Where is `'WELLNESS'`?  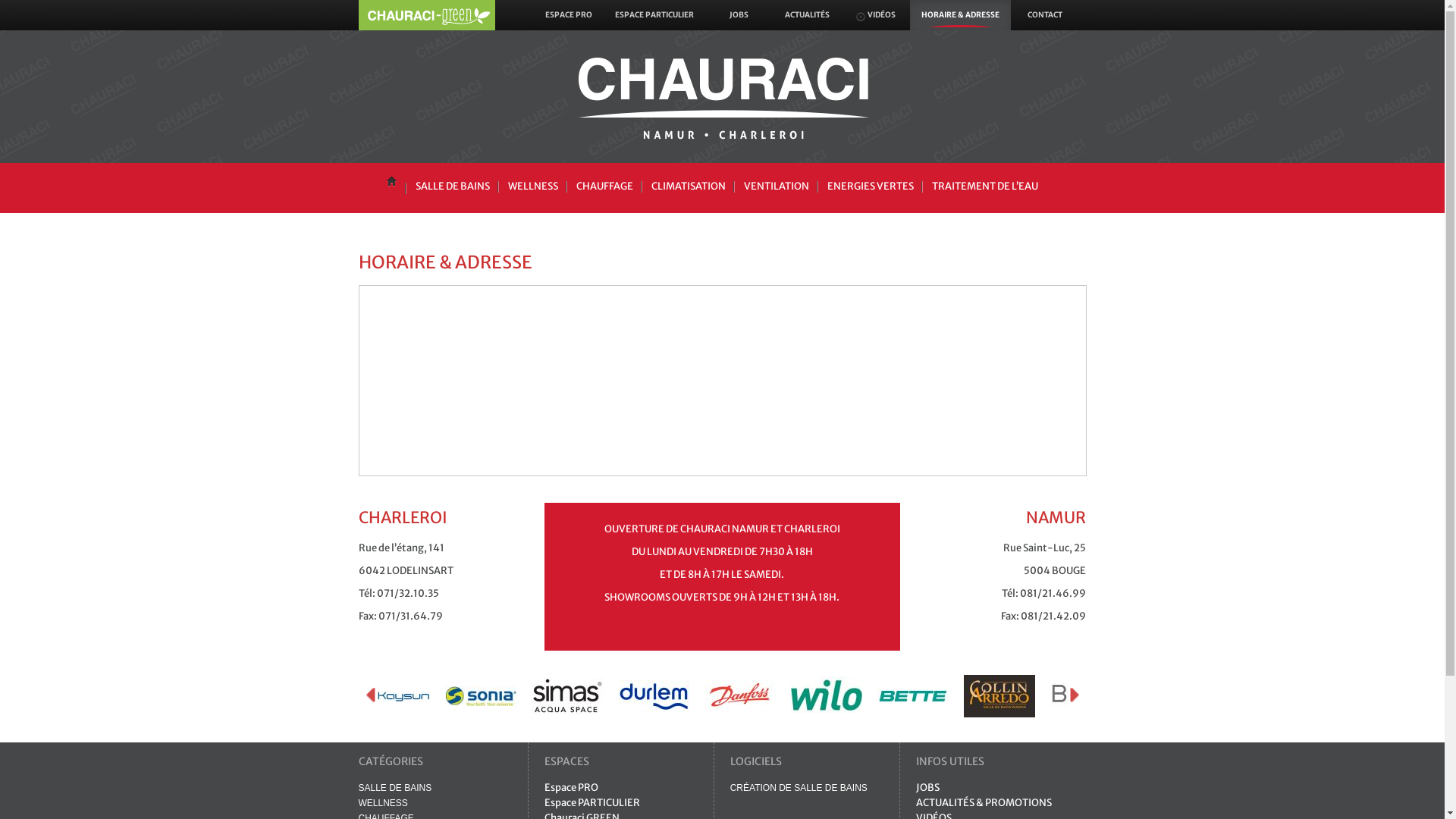
'WELLNESS' is located at coordinates (356, 802).